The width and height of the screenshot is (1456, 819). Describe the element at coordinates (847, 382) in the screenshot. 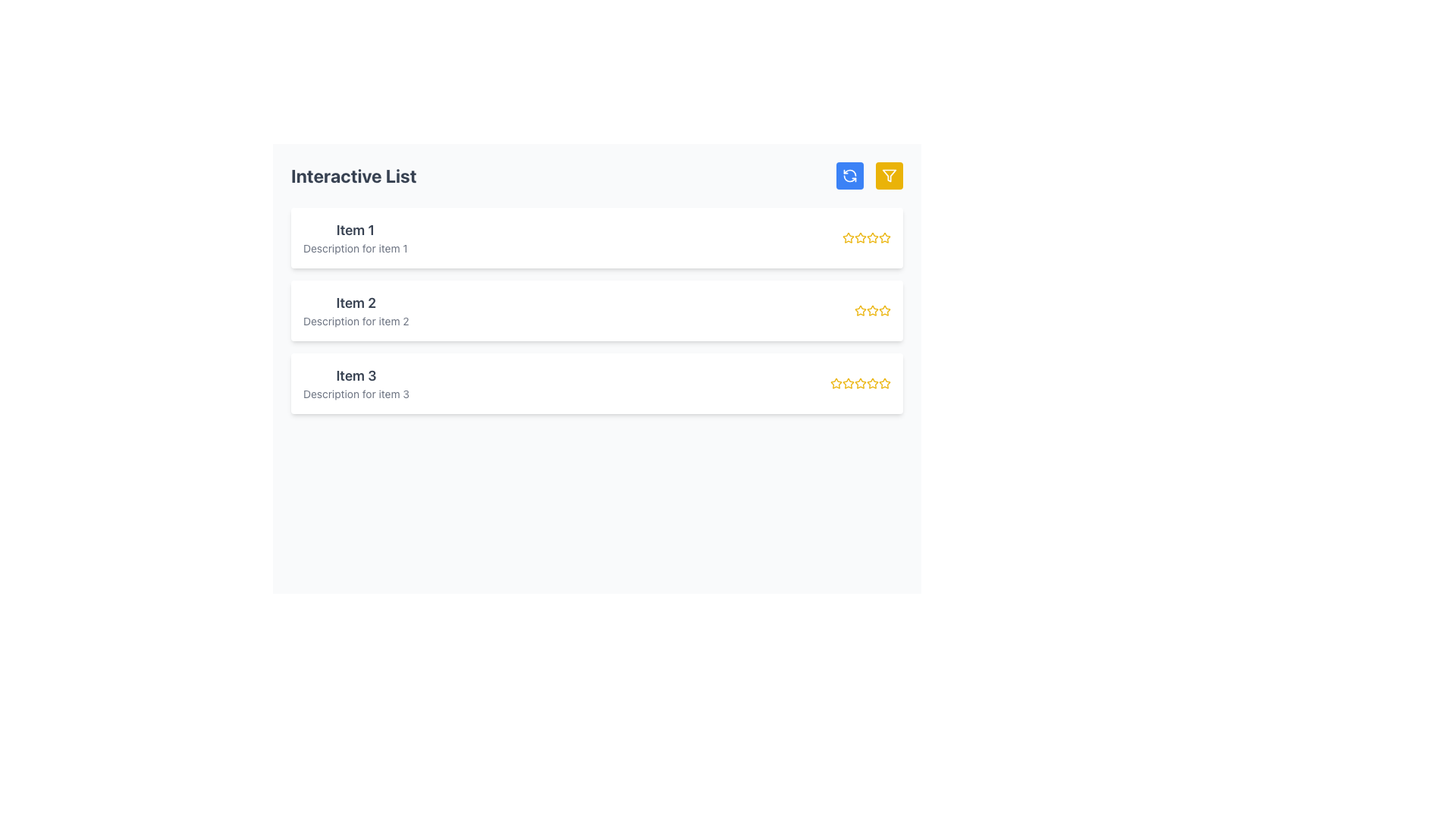

I see `the second star icon in the five-star rating system for 'Item 3'` at that location.